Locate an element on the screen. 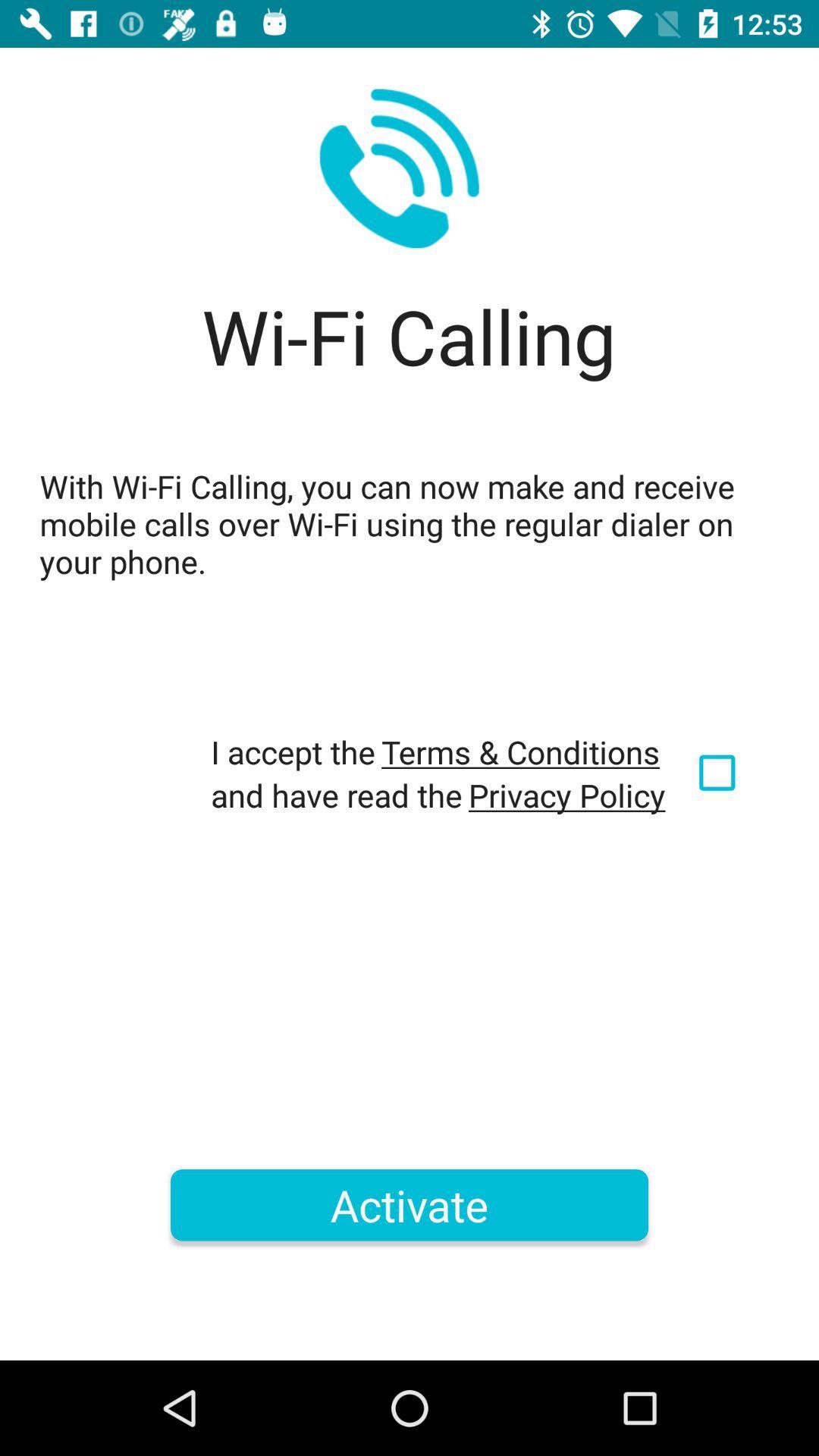 This screenshot has width=819, height=1456. icon to the right of privacy policy icon is located at coordinates (719, 773).